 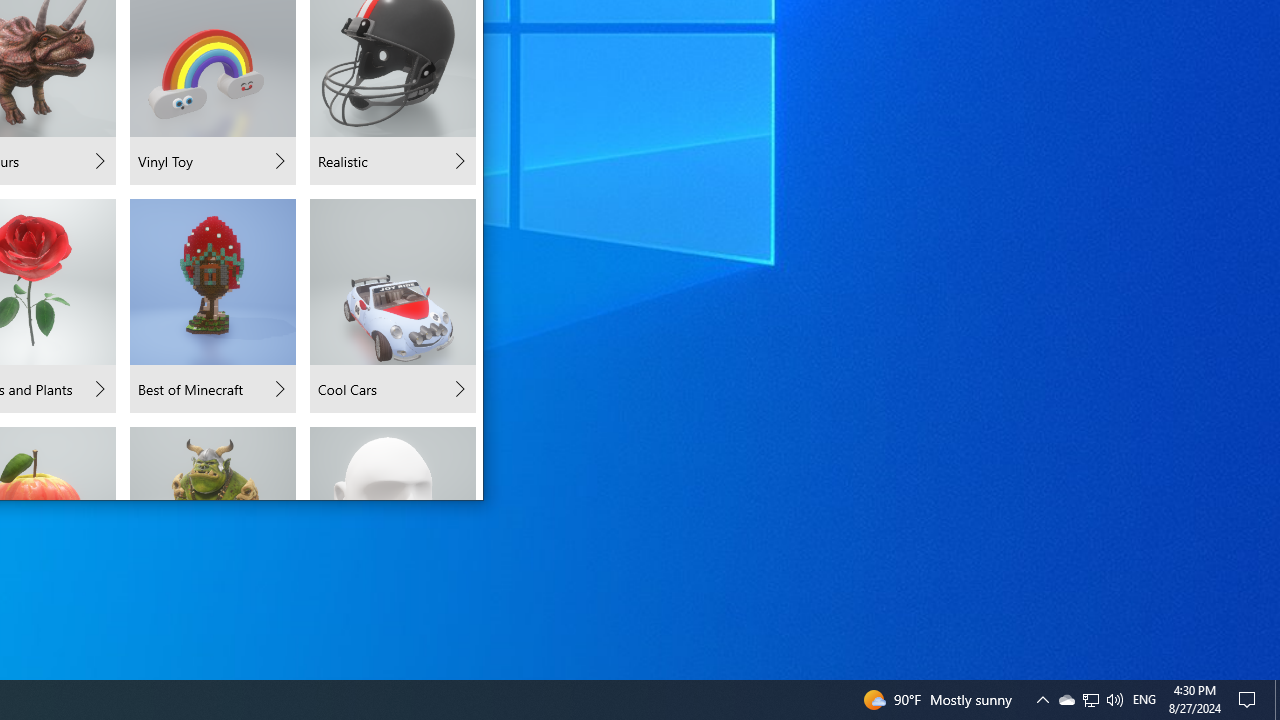 What do you see at coordinates (213, 306) in the screenshot?
I see `'Best of Minecraft'` at bounding box center [213, 306].